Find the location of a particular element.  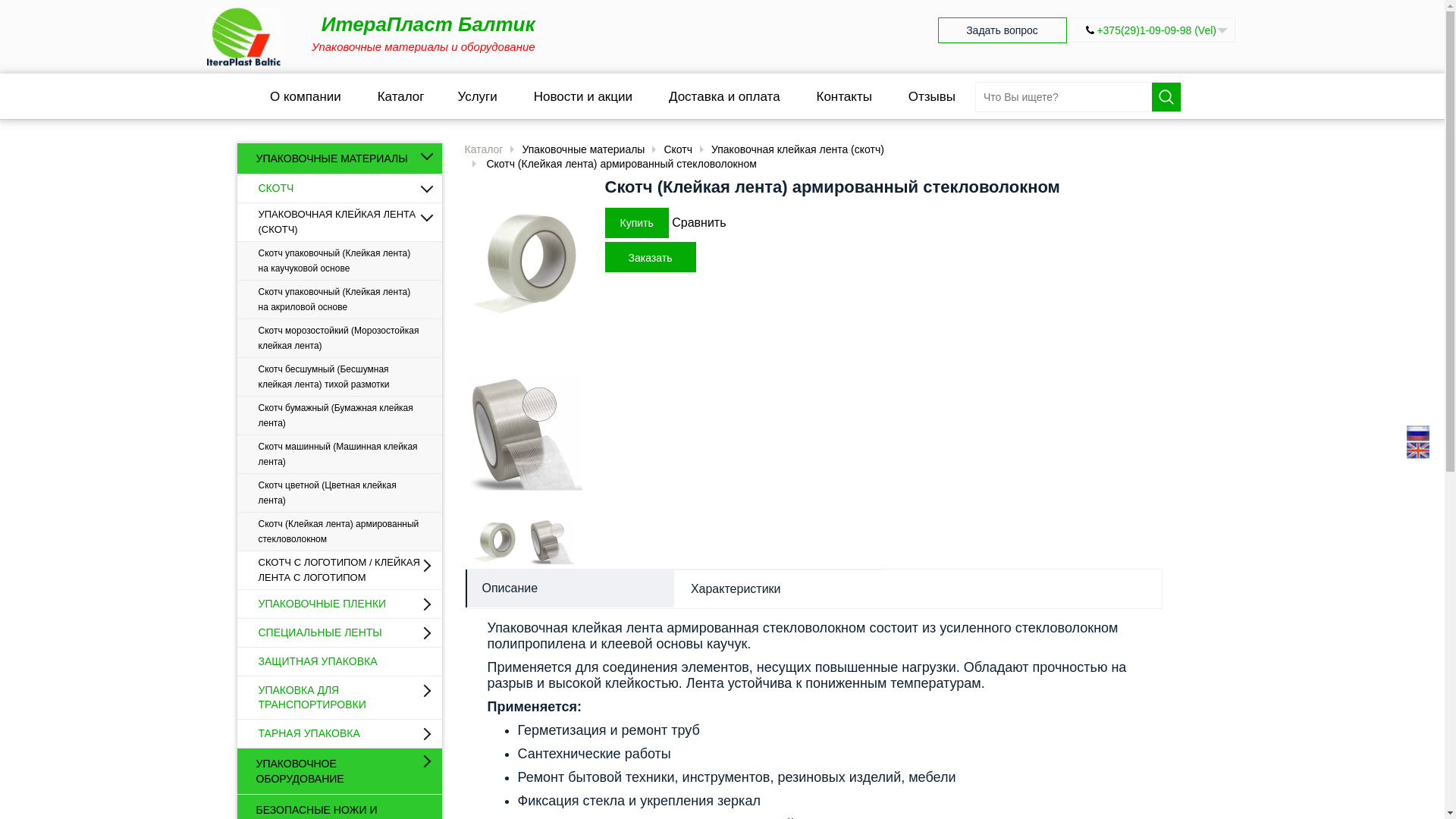

'+375(29)1-09-09-98 (Vel)' is located at coordinates (1156, 30).